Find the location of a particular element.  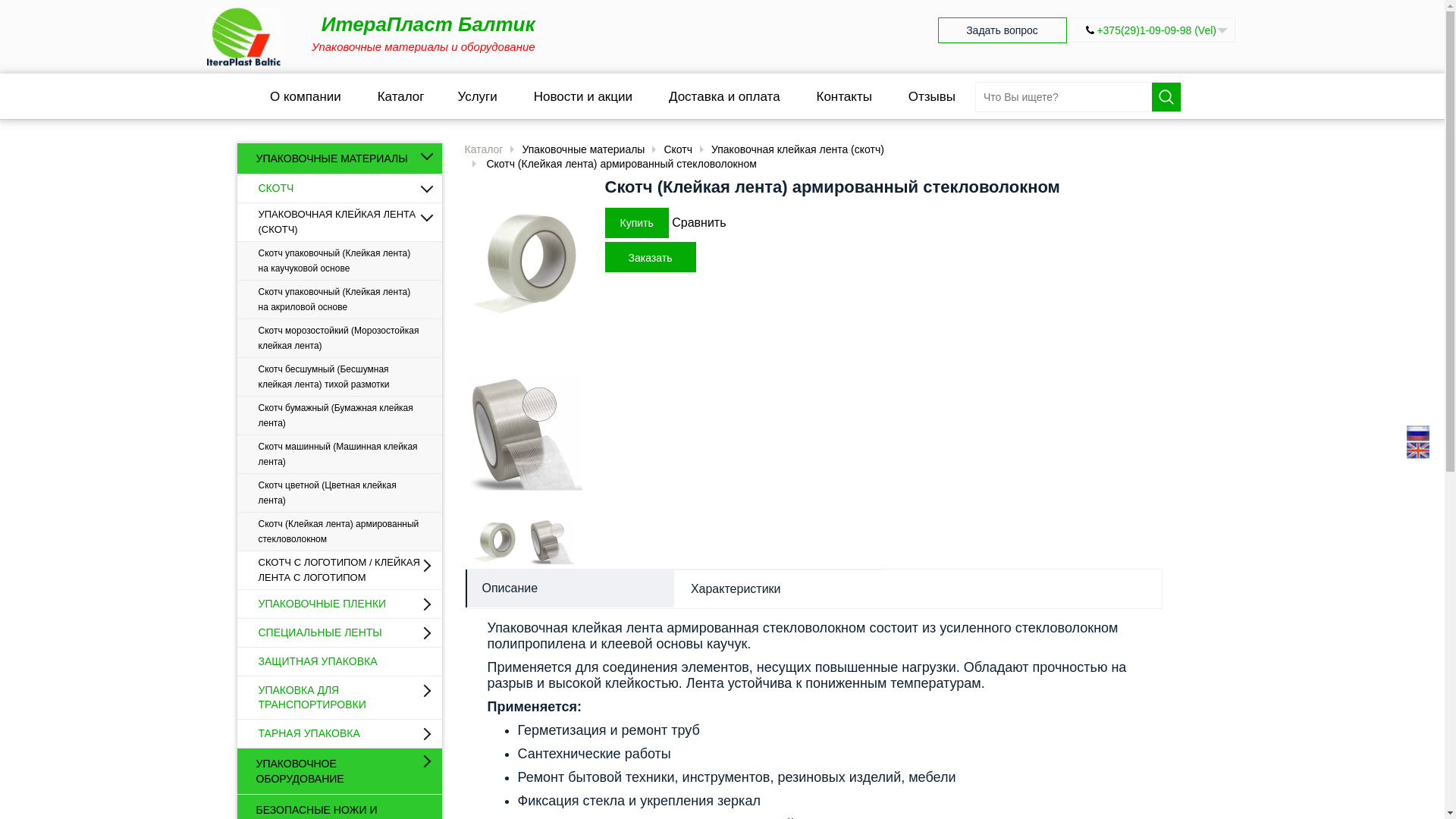

'+375(29)1-09-09-98 (Vel)' is located at coordinates (1156, 30).